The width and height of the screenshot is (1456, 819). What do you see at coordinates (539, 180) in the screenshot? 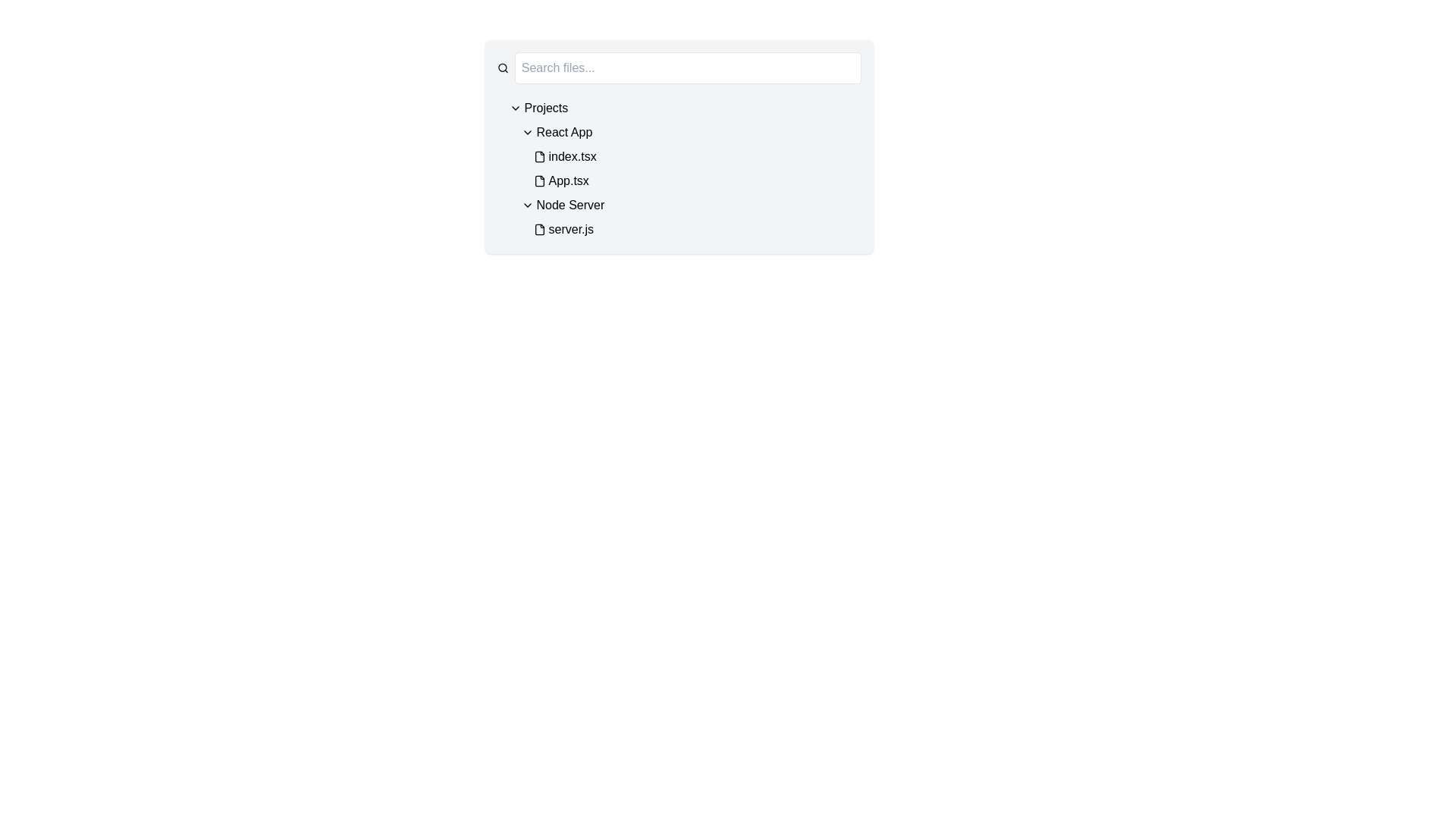
I see `the document icon representing the 'App.tsx' file located in the 'Projects > React App' section of the file tree` at bounding box center [539, 180].